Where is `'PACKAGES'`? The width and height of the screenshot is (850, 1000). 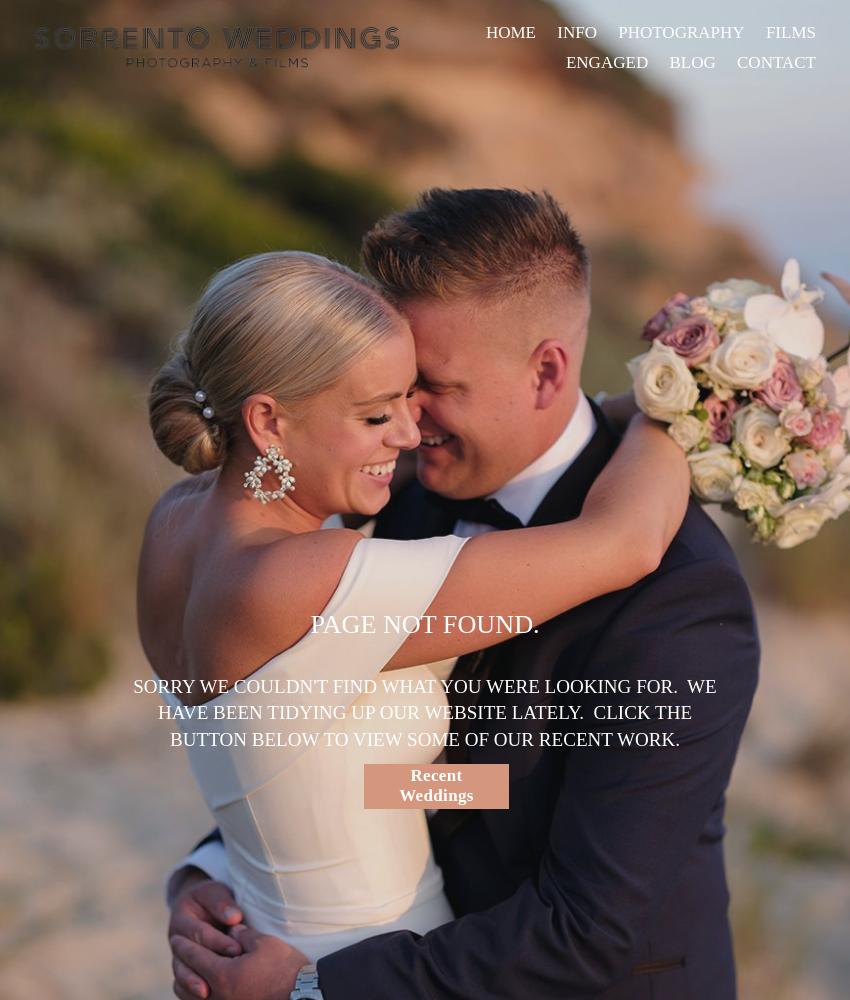
'PACKAGES' is located at coordinates (550, 66).